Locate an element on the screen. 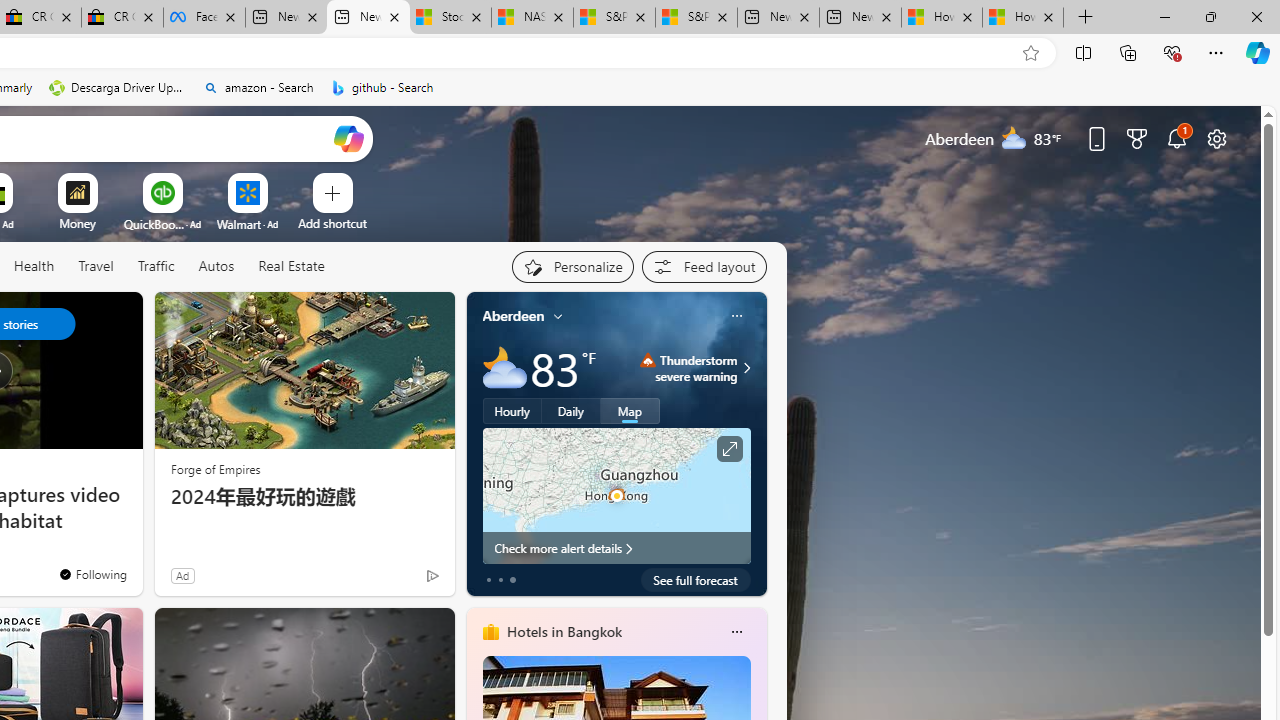 The width and height of the screenshot is (1280, 720). 'Autos' is located at coordinates (216, 265).